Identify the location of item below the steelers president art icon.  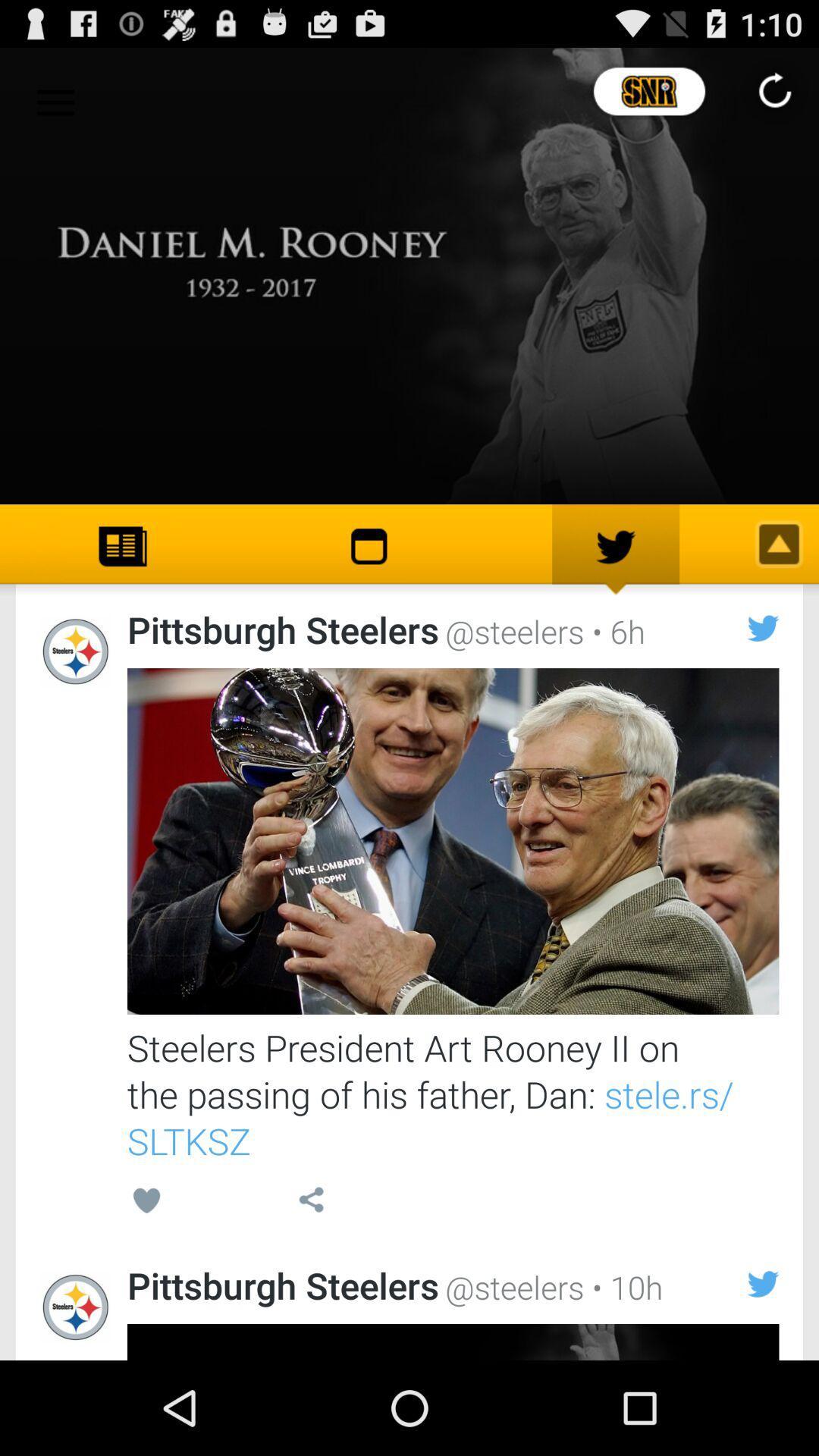
(623, 1286).